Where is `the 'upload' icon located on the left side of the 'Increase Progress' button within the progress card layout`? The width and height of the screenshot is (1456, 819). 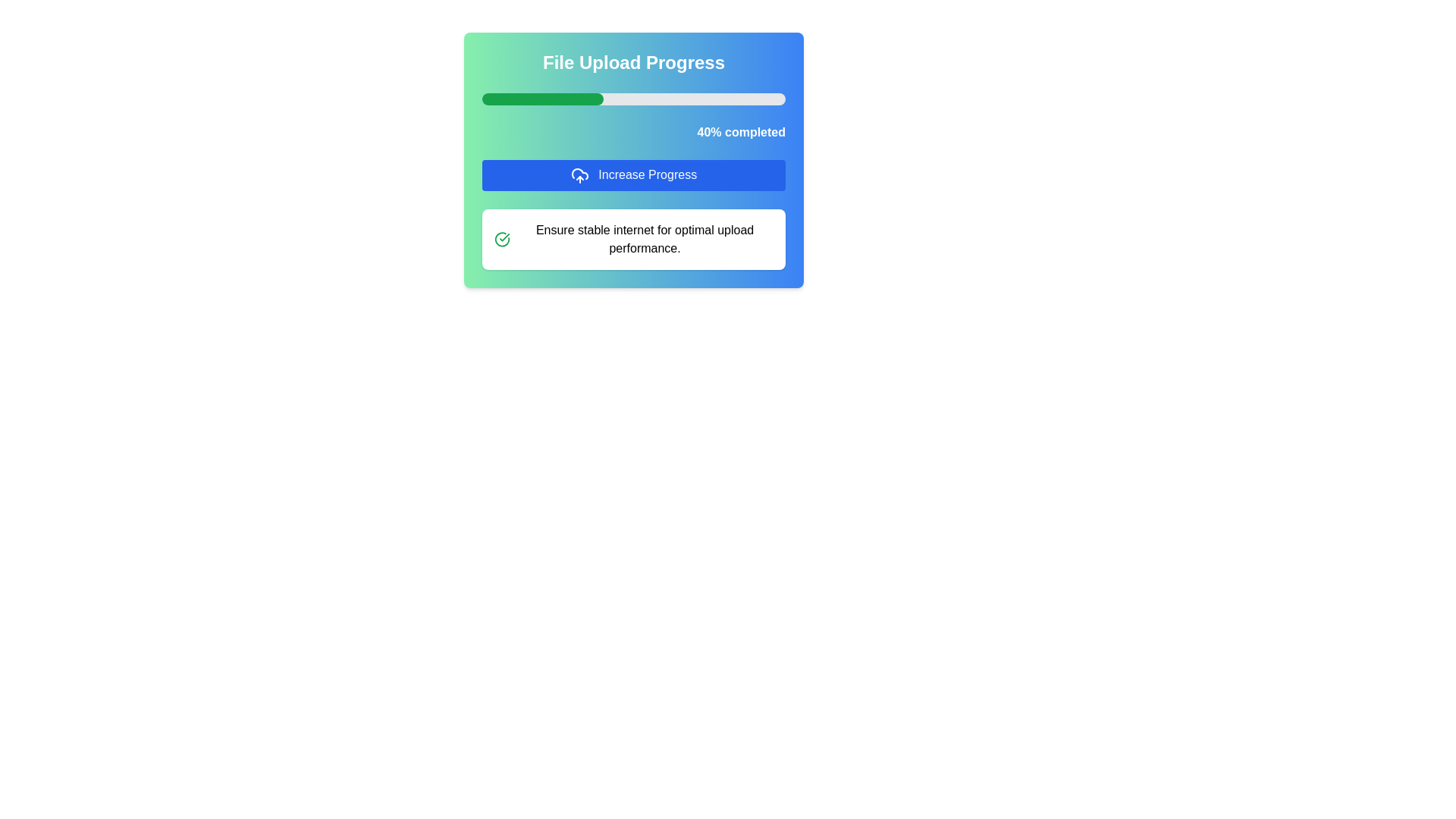
the 'upload' icon located on the left side of the 'Increase Progress' button within the progress card layout is located at coordinates (579, 174).